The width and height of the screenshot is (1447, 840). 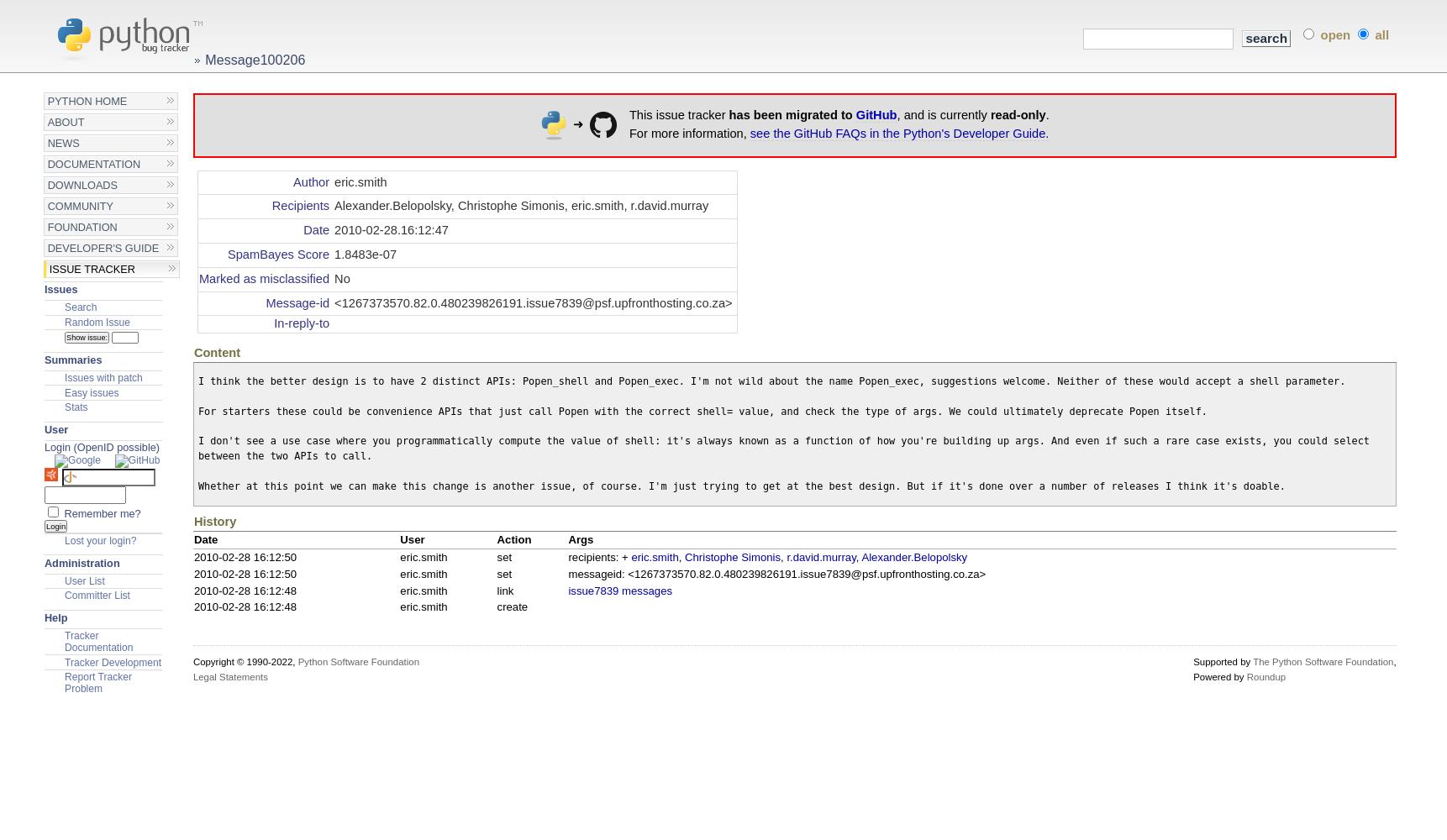 What do you see at coordinates (54, 617) in the screenshot?
I see `'Help'` at bounding box center [54, 617].